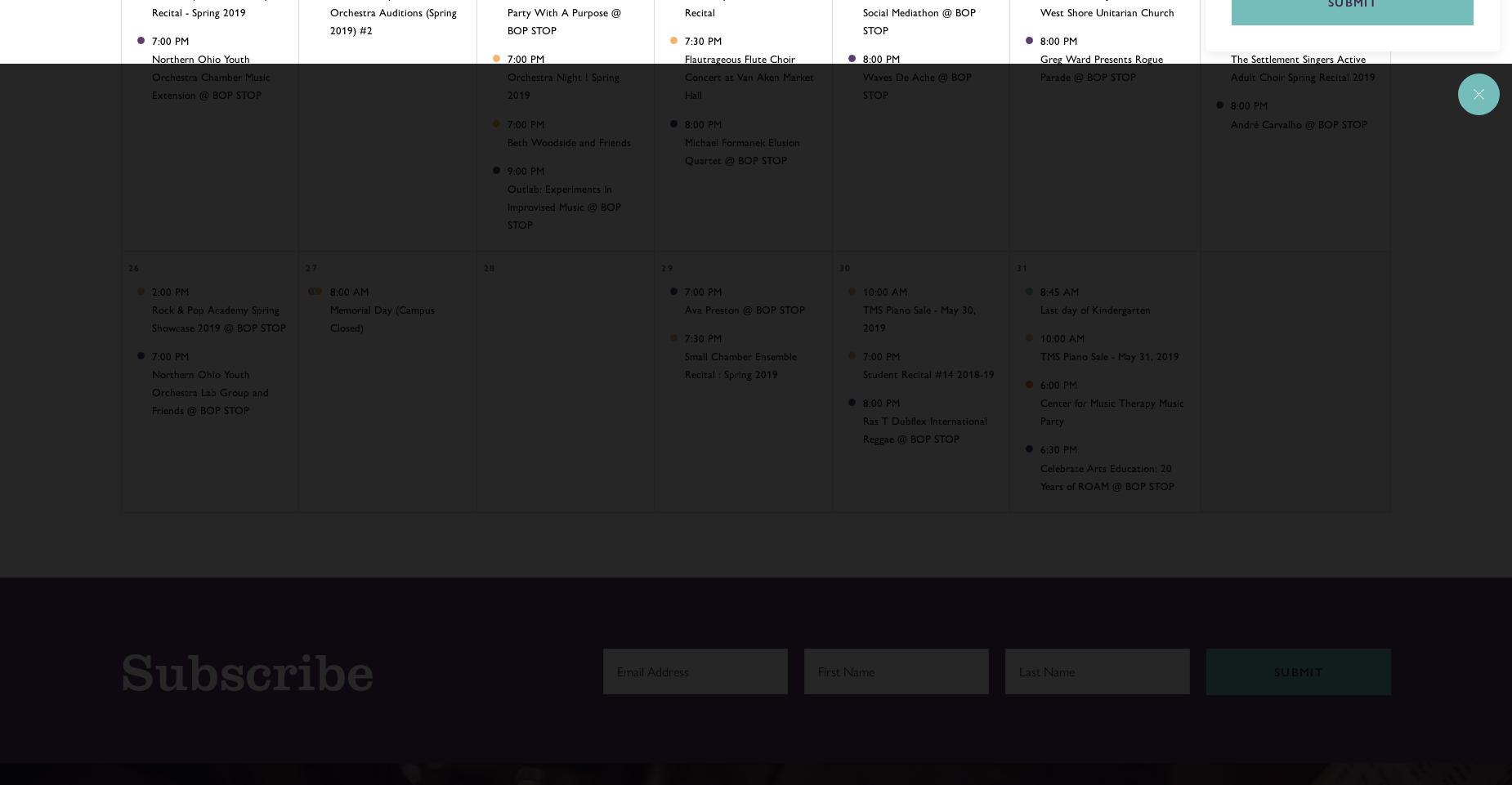 This screenshot has height=785, width=1512. I want to click on 'Submit', so click(1273, 671).